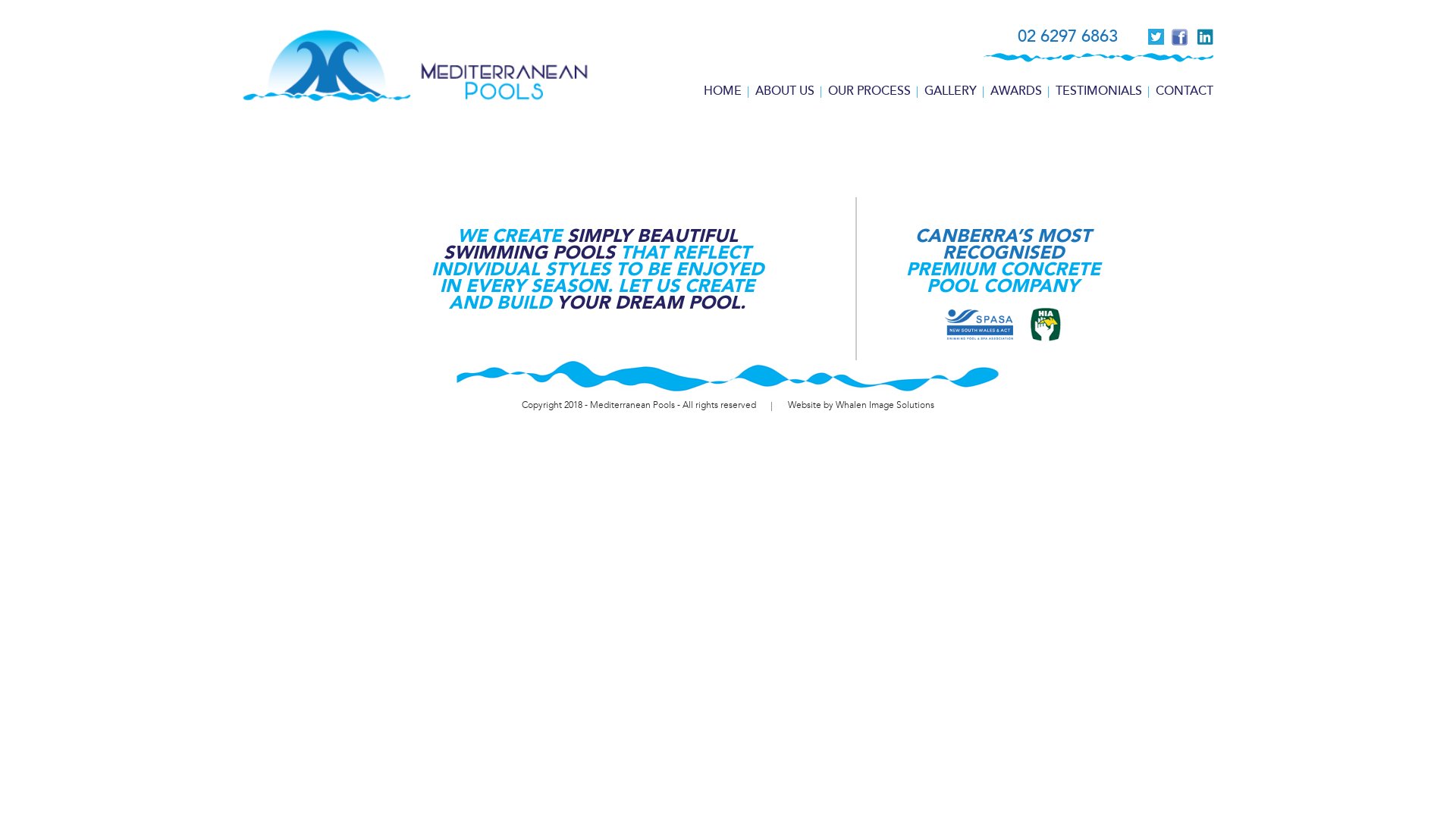 This screenshot has height=819, width=1456. What do you see at coordinates (1099, 90) in the screenshot?
I see `'TESTIMONIALS'` at bounding box center [1099, 90].